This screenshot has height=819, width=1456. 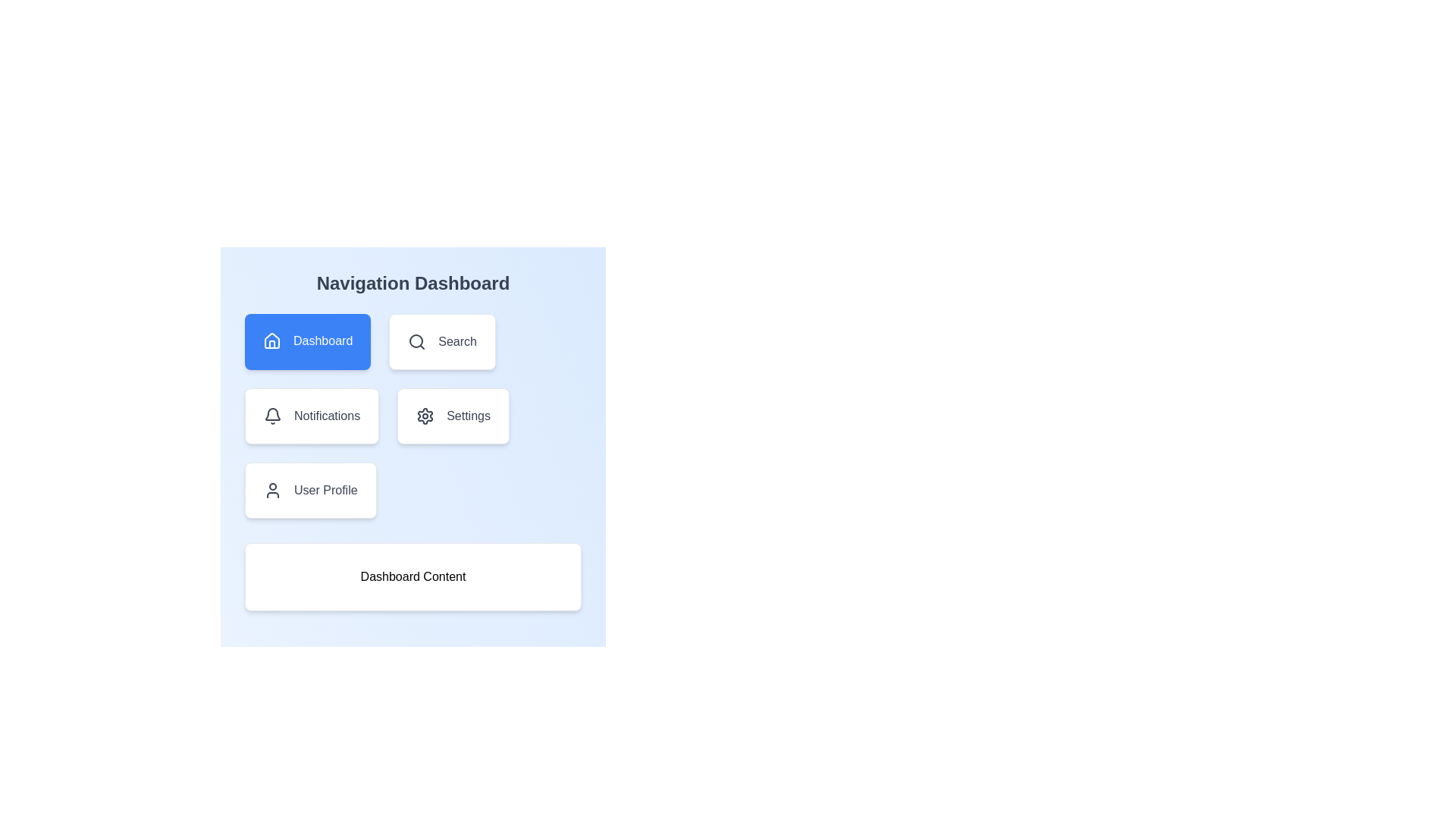 I want to click on the text label that serves as a visual cue for the nearby interactive search icon, positioned near the top-right corner of the navigation dashboard area, so click(x=457, y=342).